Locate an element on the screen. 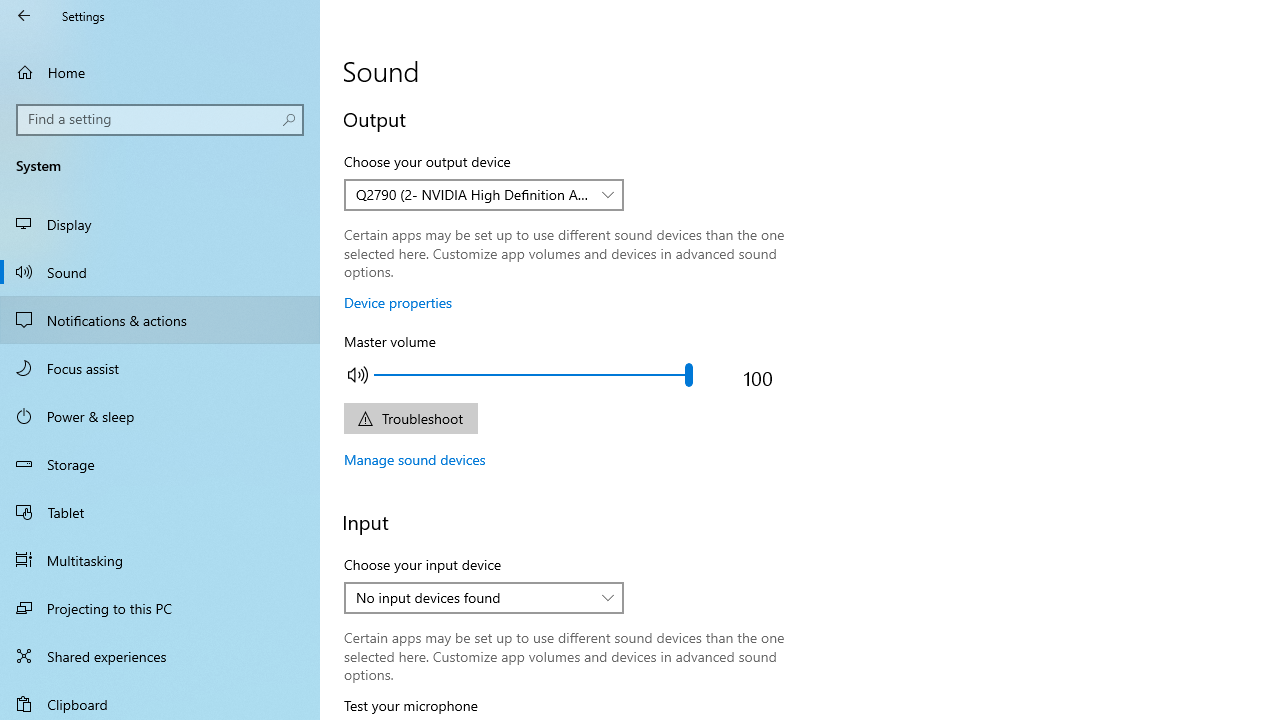  'Q2790 (2- NVIDIA High Definition Audio)' is located at coordinates (472, 194).